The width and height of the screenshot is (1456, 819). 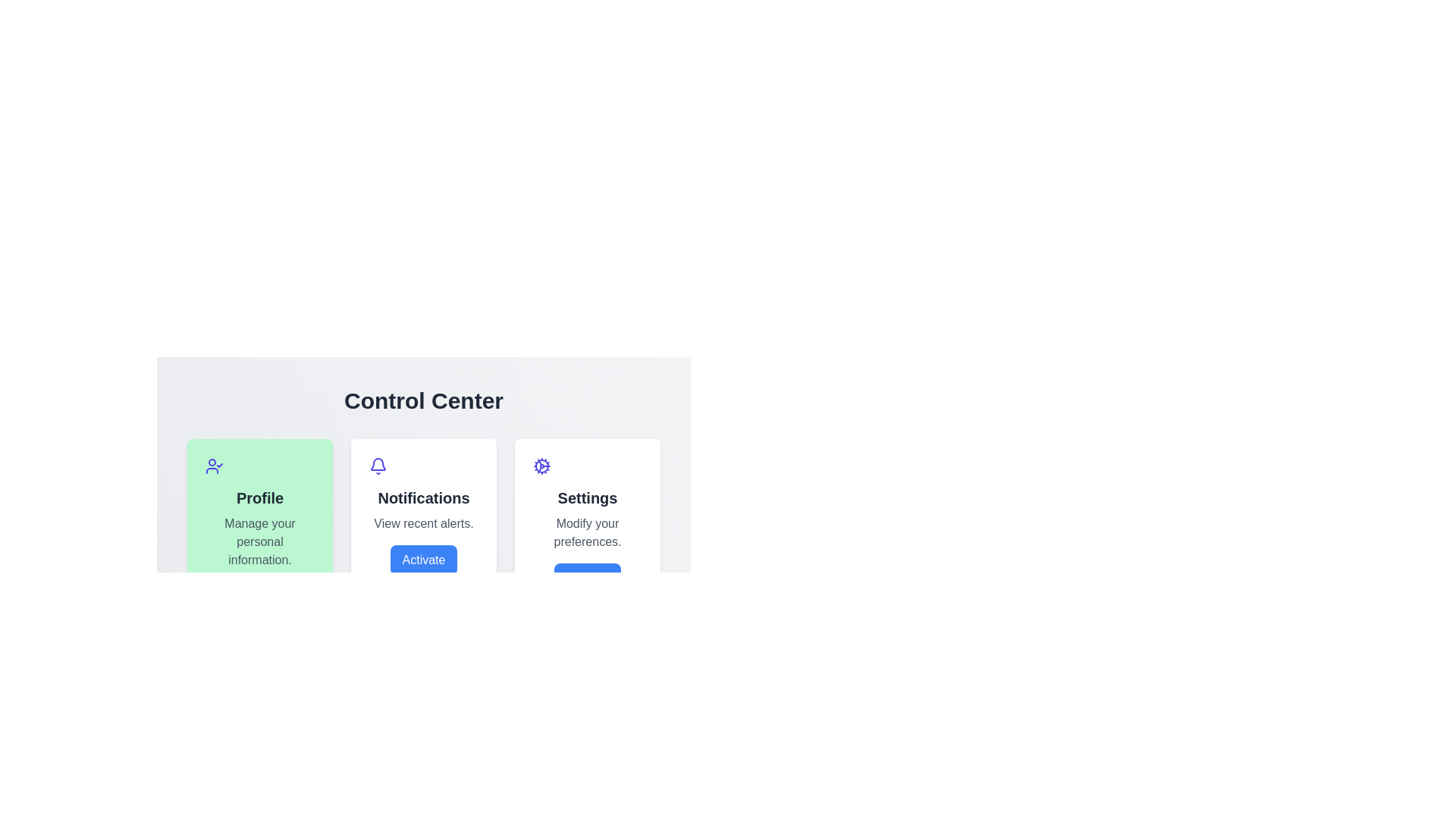 What do you see at coordinates (423, 534) in the screenshot?
I see `the 'Notifications' content card with the 'Activate' button, which is the second card in a row of three, positioned between 'Profile' and 'Settings'` at bounding box center [423, 534].